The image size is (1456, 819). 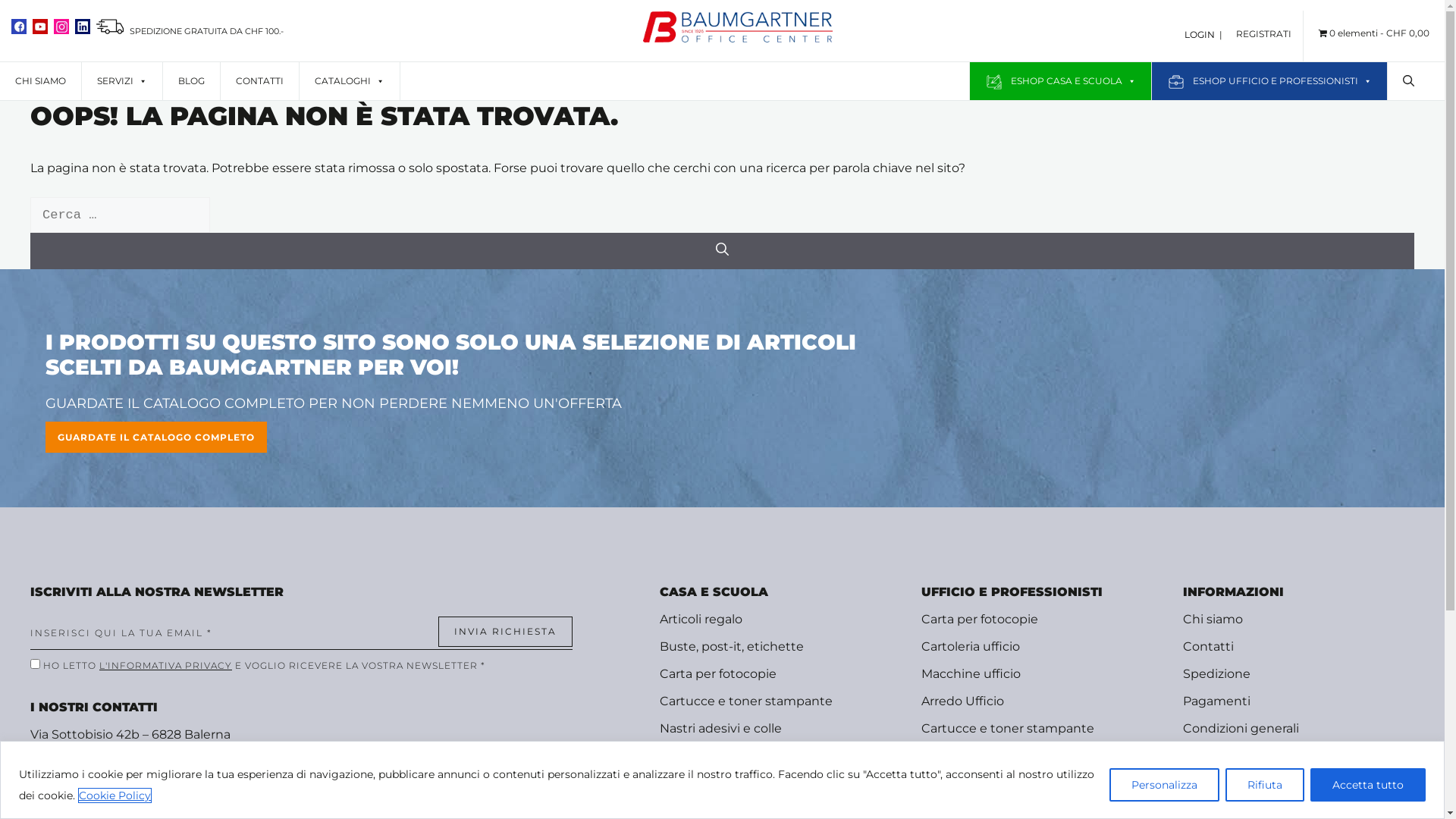 What do you see at coordinates (738, 29) in the screenshot?
I see `'Shop Baumgartner'` at bounding box center [738, 29].